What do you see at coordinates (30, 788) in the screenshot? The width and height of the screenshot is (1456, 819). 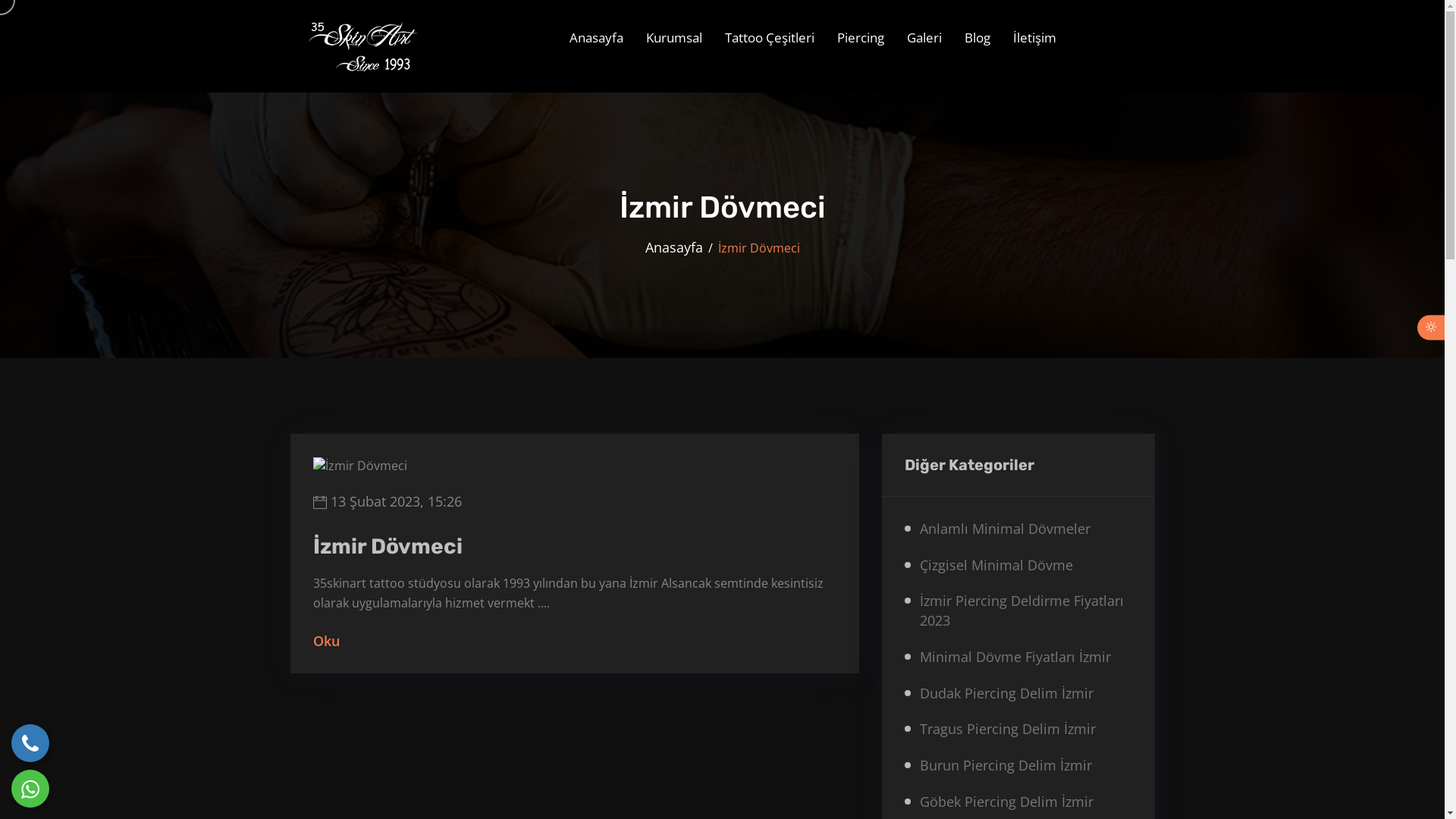 I see `'WhatsApp'` at bounding box center [30, 788].